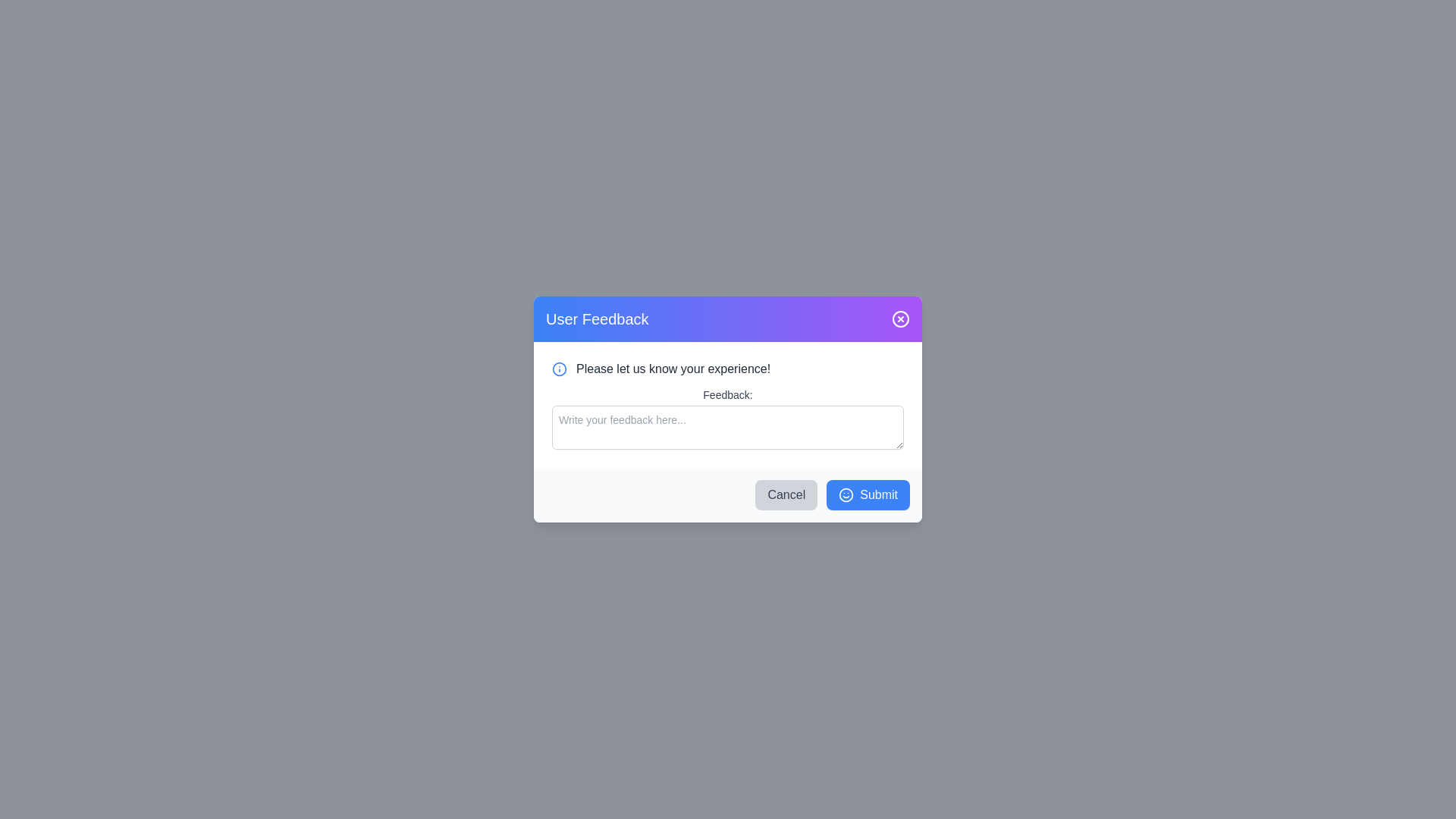 This screenshot has height=819, width=1456. What do you see at coordinates (559, 369) in the screenshot?
I see `the information icon located to the left of the text 'Please let us know your experience!'` at bounding box center [559, 369].